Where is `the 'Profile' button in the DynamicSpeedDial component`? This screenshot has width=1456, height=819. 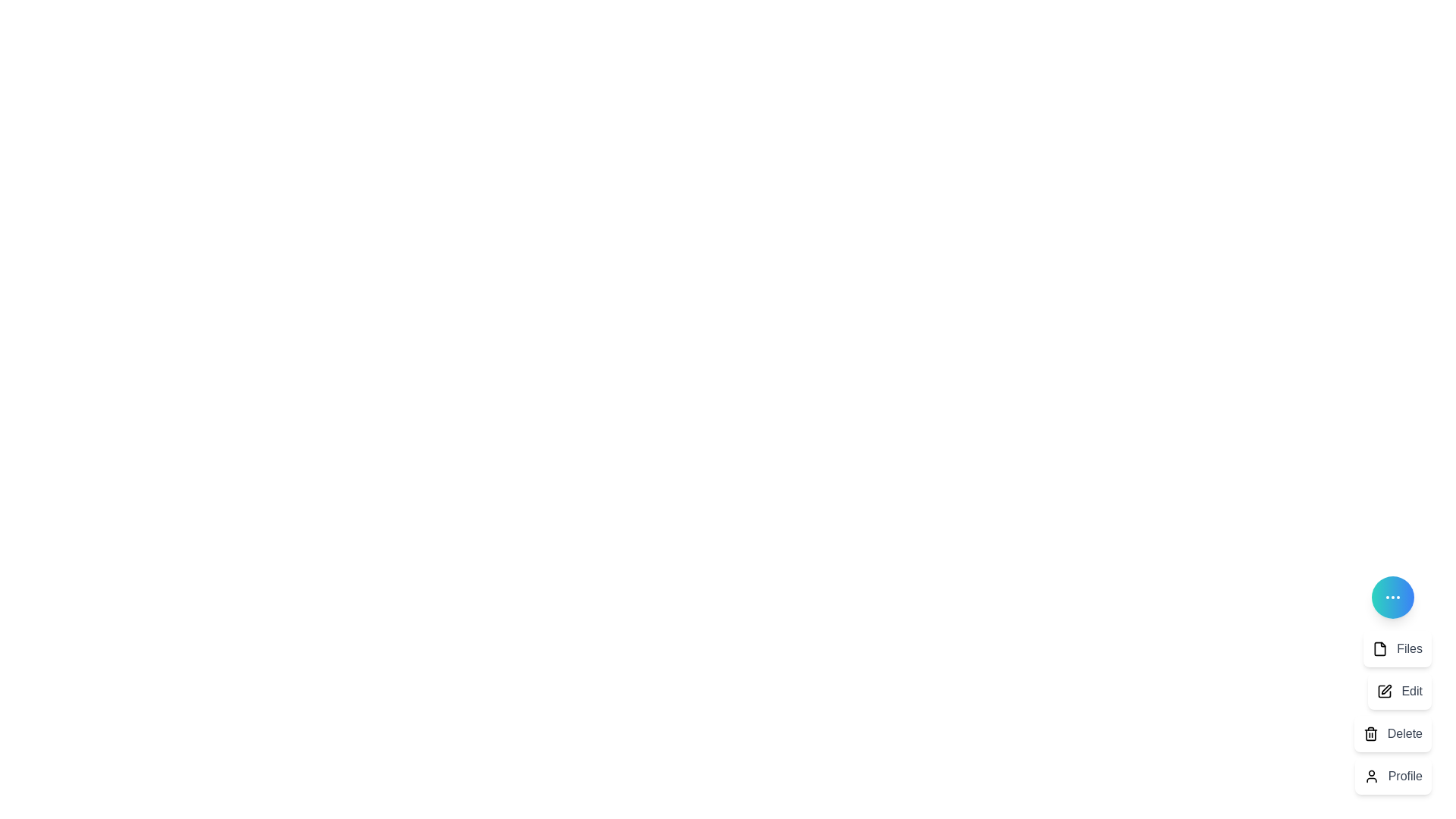
the 'Profile' button in the DynamicSpeedDial component is located at coordinates (1393, 776).